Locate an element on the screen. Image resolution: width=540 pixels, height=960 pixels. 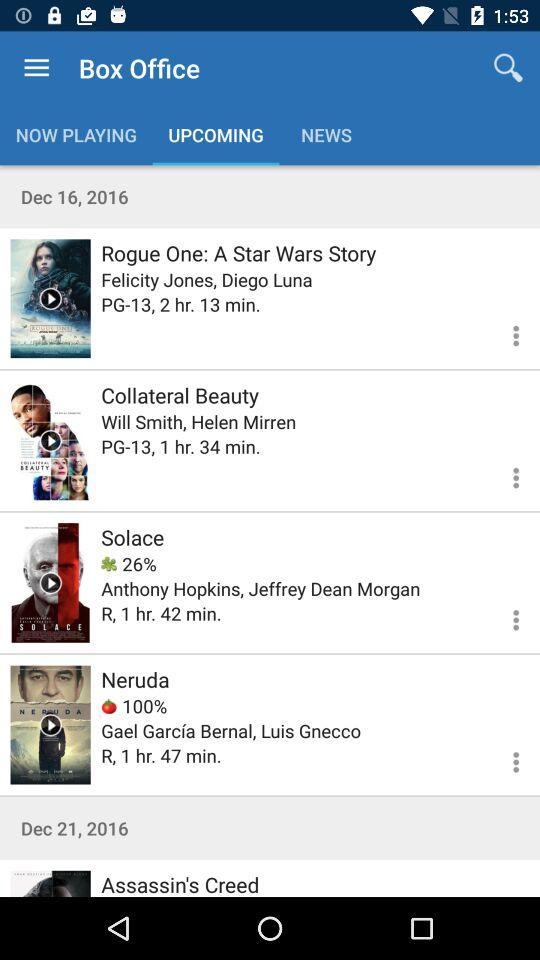
the felicity jones diego icon is located at coordinates (205, 278).